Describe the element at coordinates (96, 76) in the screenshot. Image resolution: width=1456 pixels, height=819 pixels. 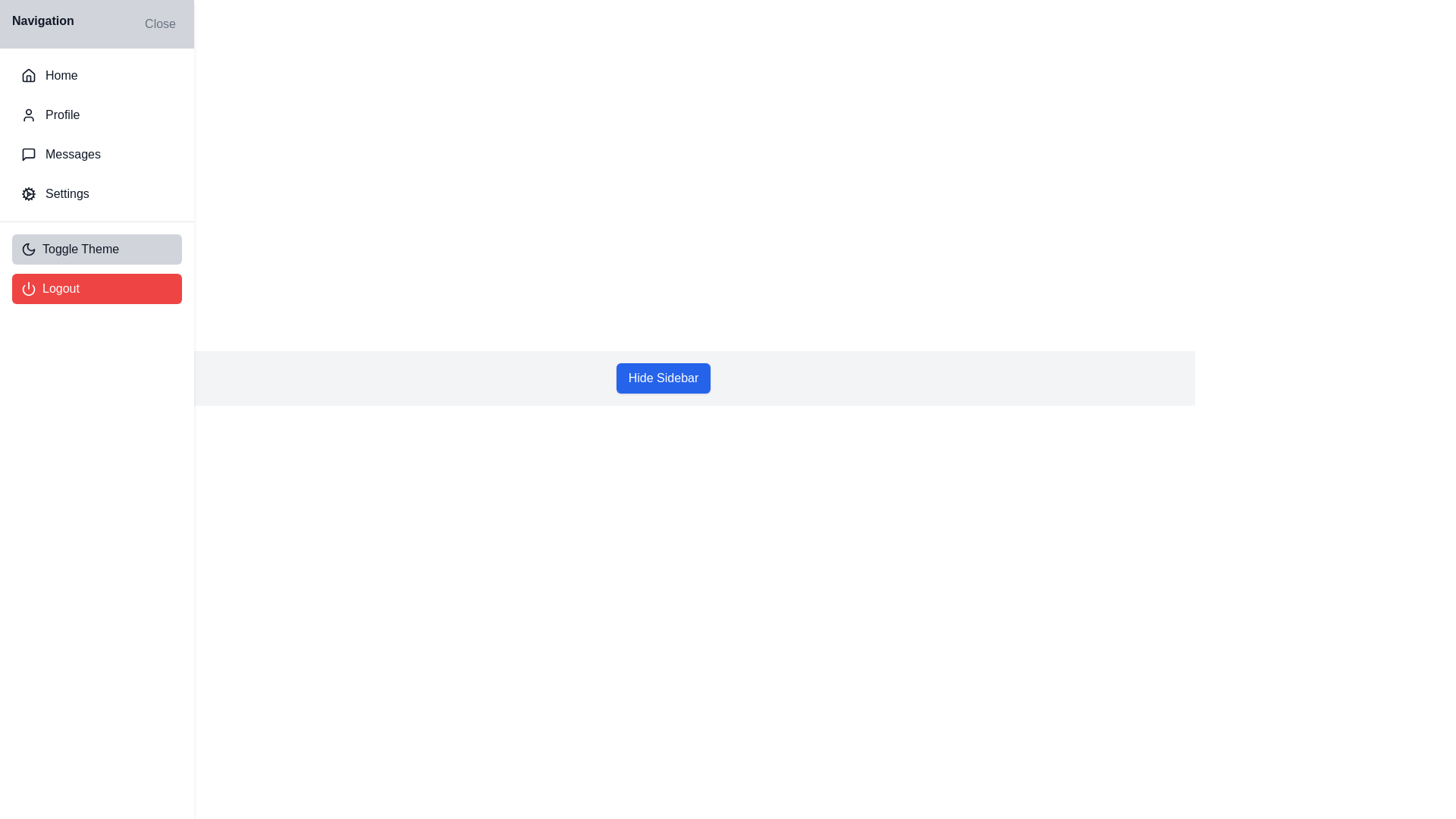
I see `the Navigation Button located at the top of the vertically stacked navigation menu` at that location.